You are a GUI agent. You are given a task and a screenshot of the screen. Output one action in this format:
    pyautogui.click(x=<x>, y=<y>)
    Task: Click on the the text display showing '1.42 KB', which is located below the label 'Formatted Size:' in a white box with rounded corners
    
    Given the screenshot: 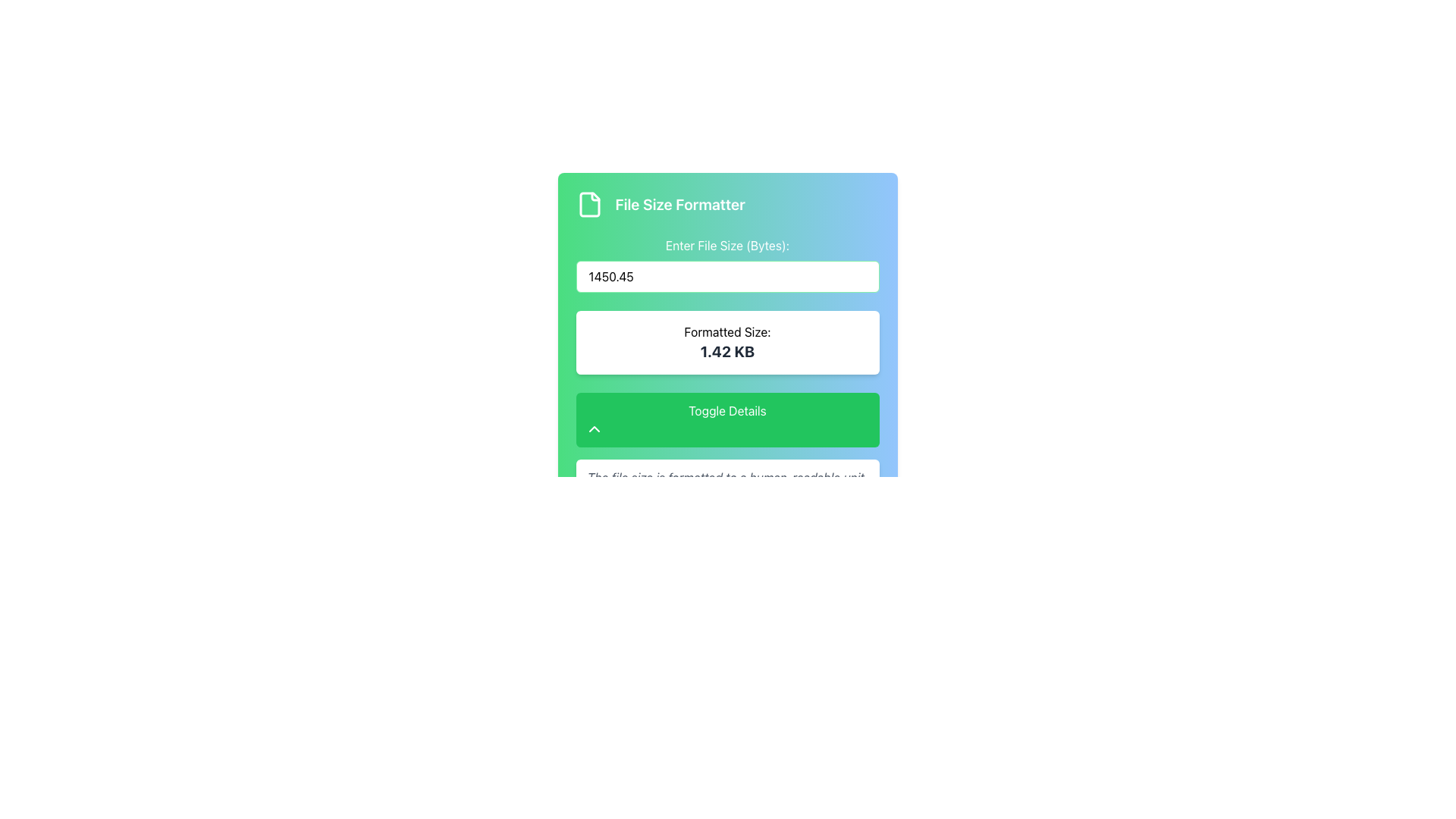 What is the action you would take?
    pyautogui.click(x=726, y=351)
    